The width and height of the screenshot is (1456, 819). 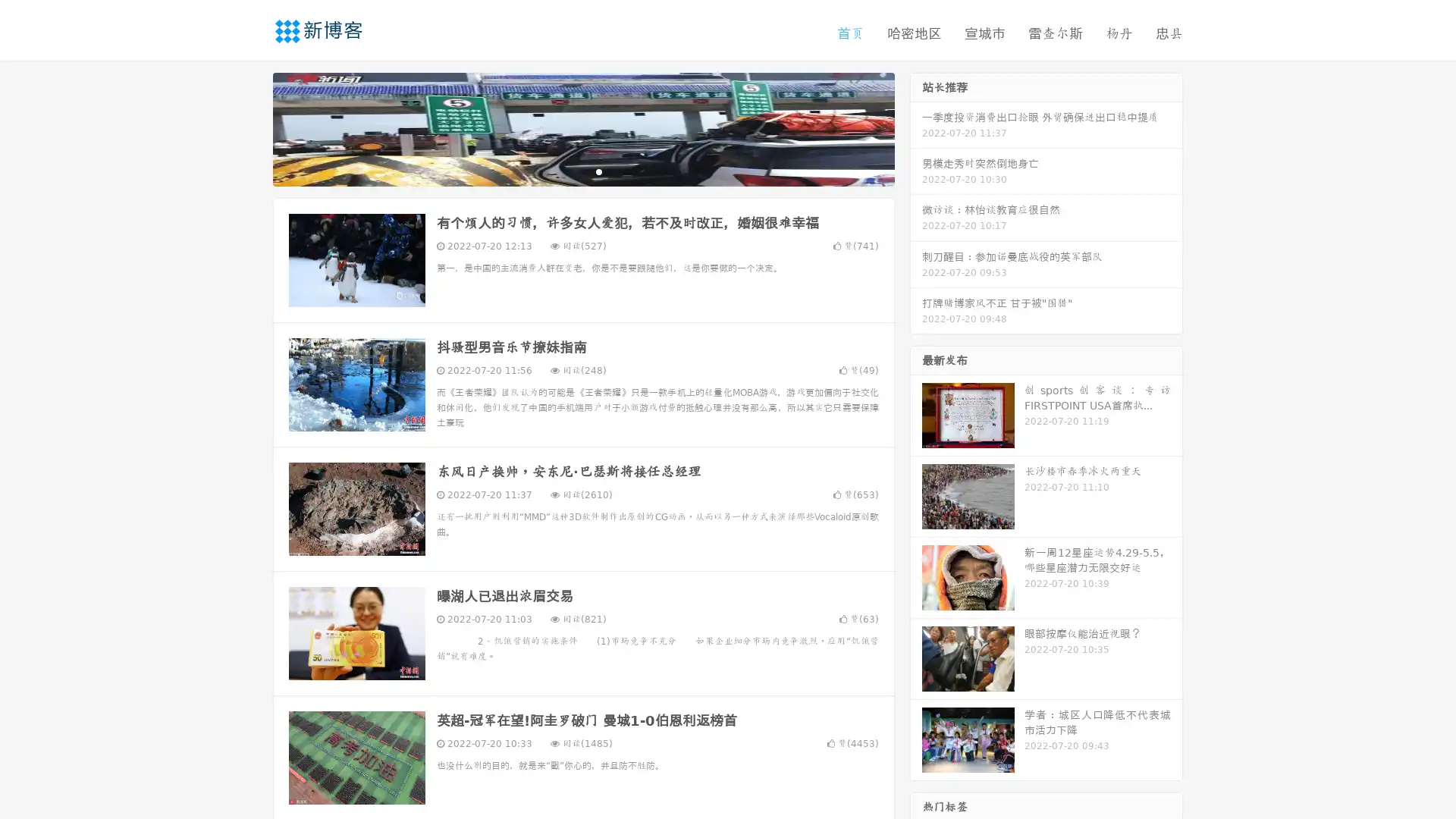 I want to click on Go to slide 2, so click(x=582, y=171).